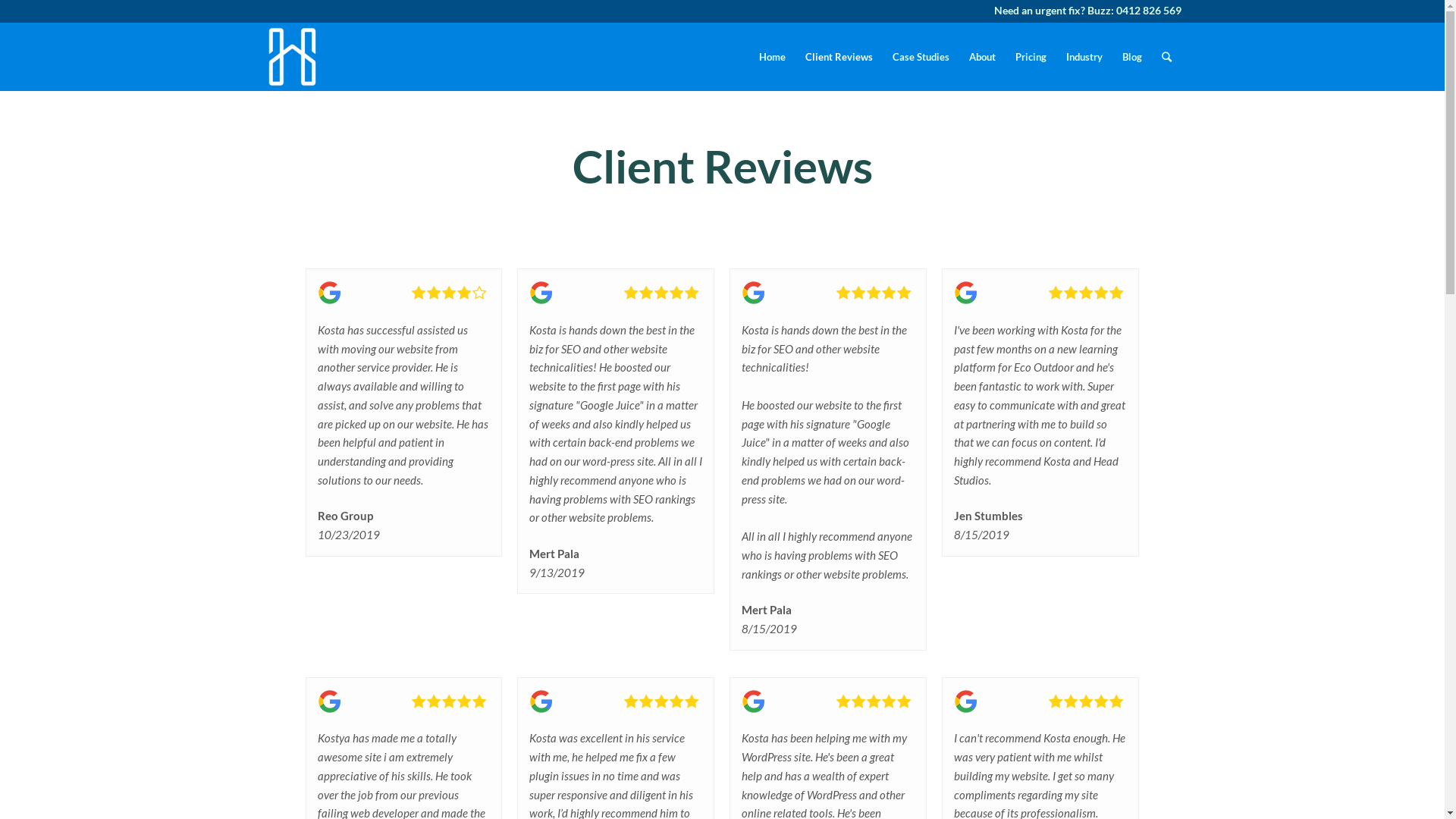 The width and height of the screenshot is (1456, 819). Describe the element at coordinates (920, 55) in the screenshot. I see `'Case Studies'` at that location.